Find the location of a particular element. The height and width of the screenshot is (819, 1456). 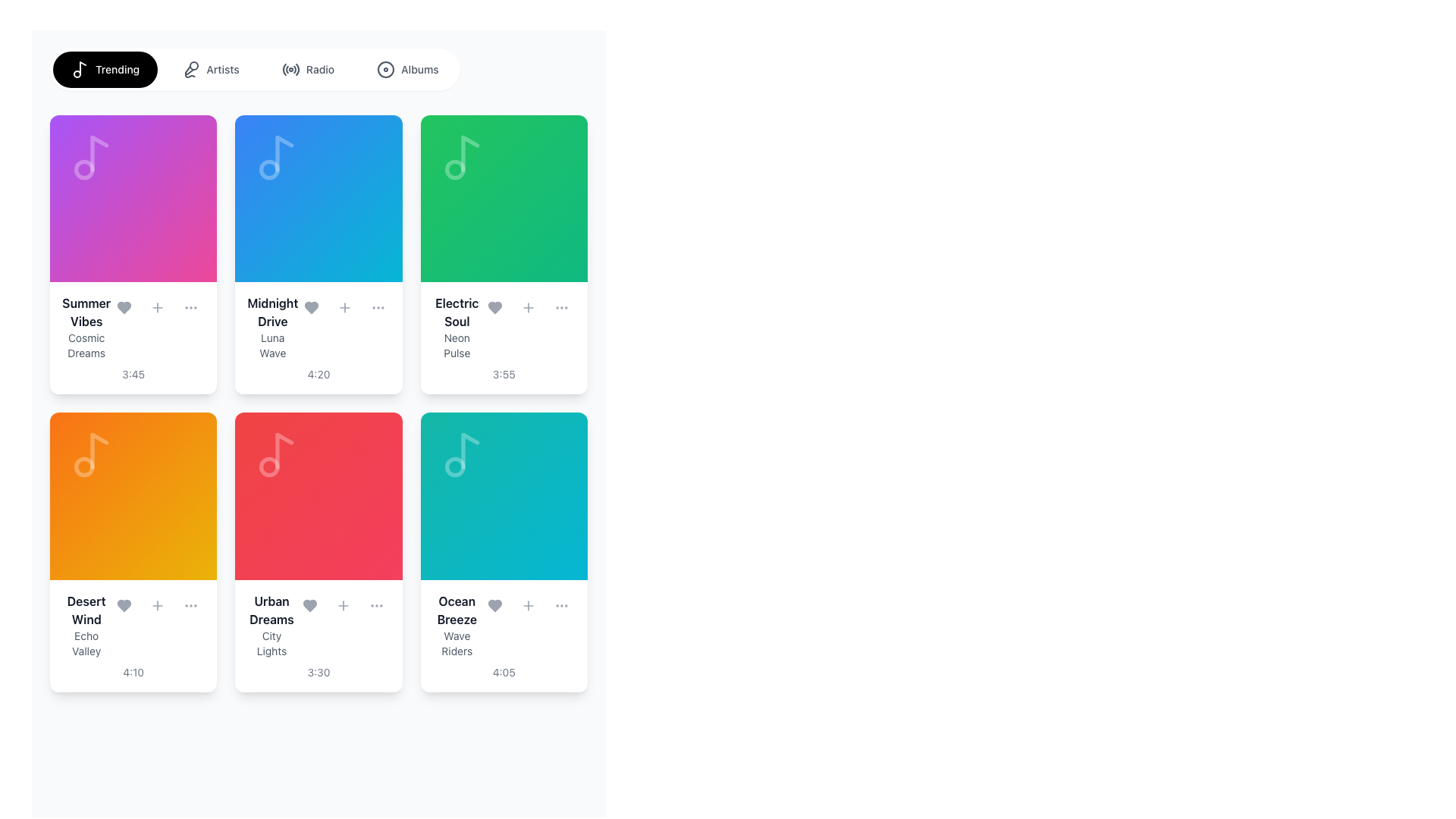

the music note icon located in the top-left card of the grid layout, which features a semi-transparent appearance on a vibrant gradient background is located at coordinates (91, 158).